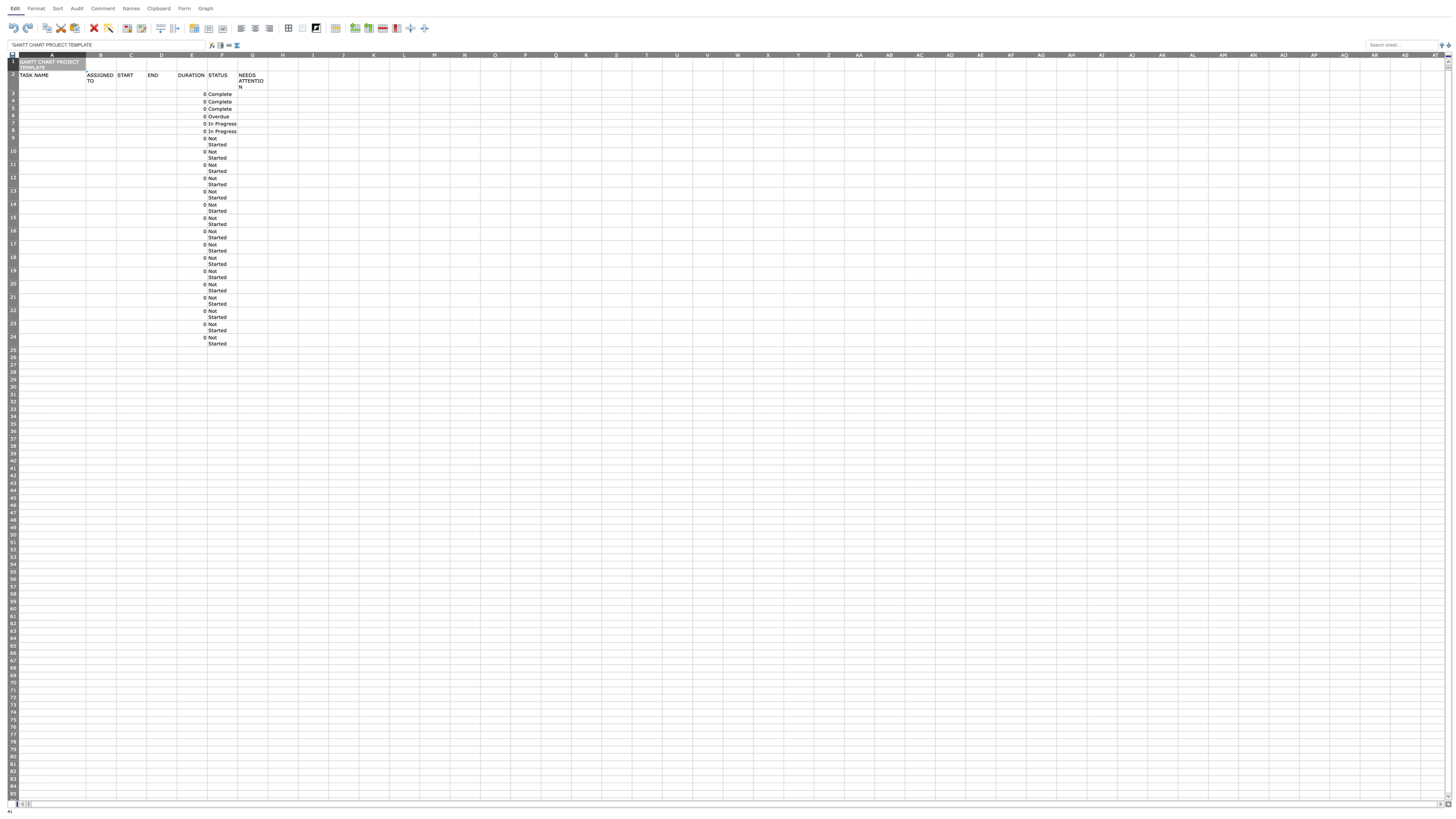 This screenshot has height=819, width=1456. Describe the element at coordinates (115, 54) in the screenshot. I see `column B's right edge for resizing` at that location.